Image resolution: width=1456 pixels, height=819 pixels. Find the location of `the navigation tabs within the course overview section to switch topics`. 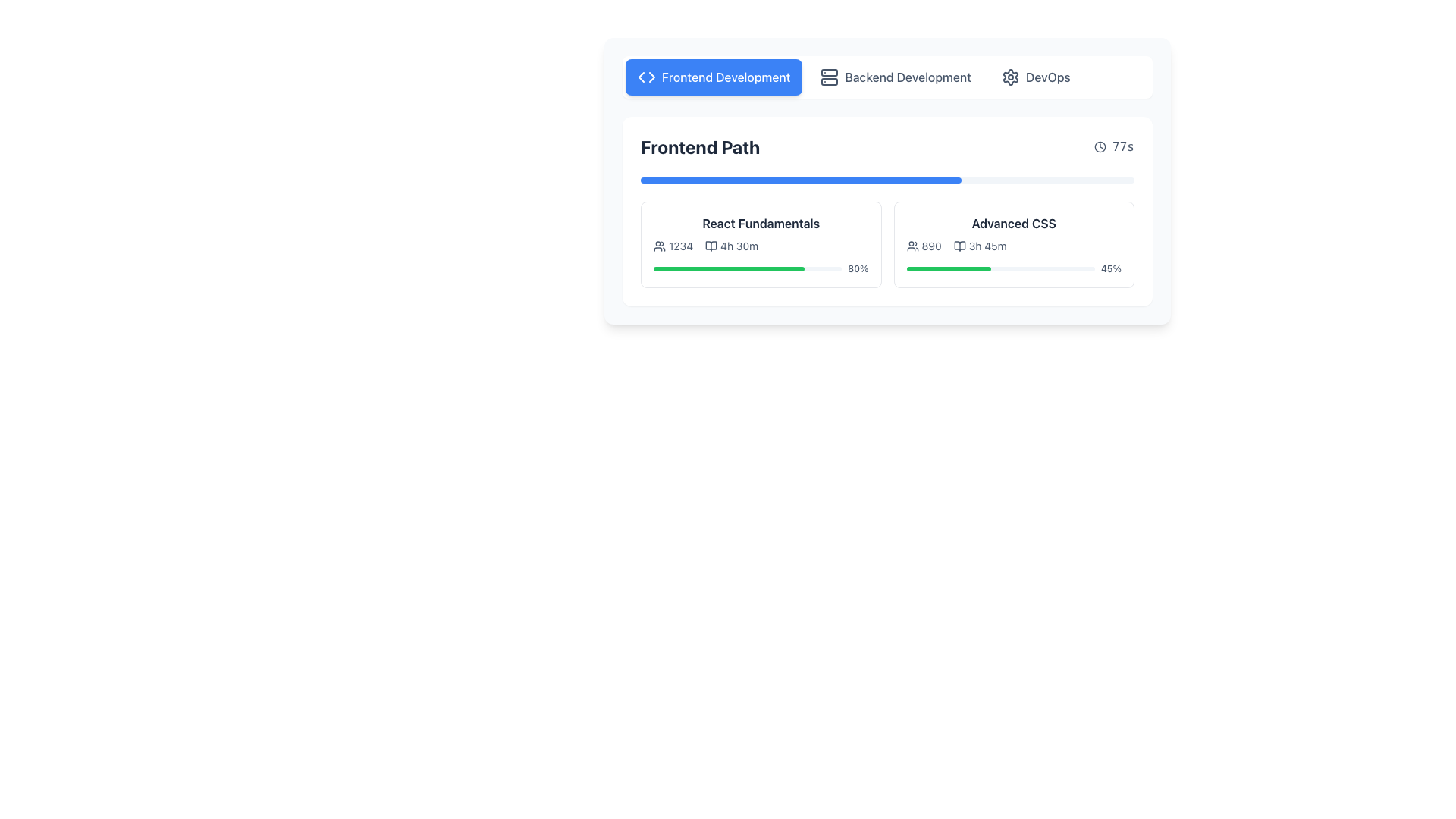

the navigation tabs within the course overview section to switch topics is located at coordinates (887, 180).